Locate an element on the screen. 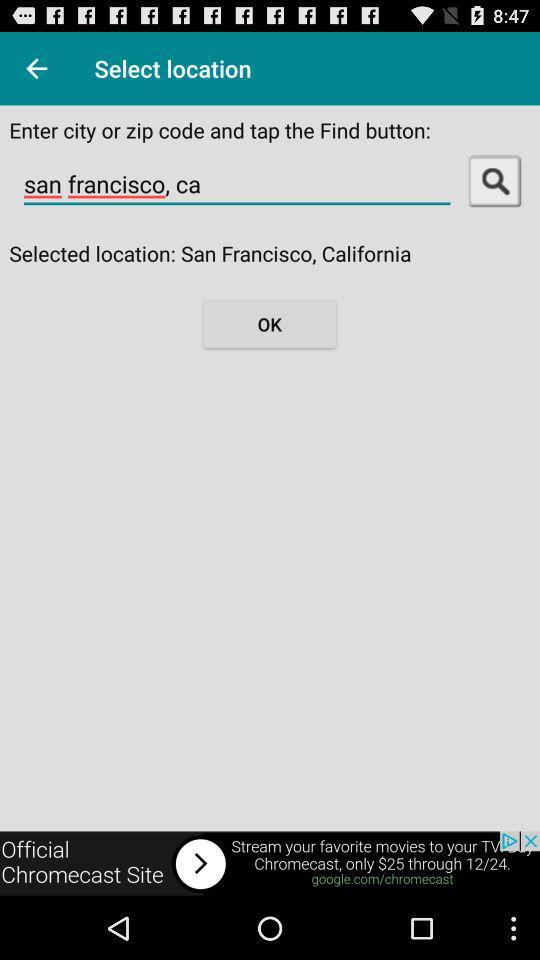  search on the app is located at coordinates (494, 179).